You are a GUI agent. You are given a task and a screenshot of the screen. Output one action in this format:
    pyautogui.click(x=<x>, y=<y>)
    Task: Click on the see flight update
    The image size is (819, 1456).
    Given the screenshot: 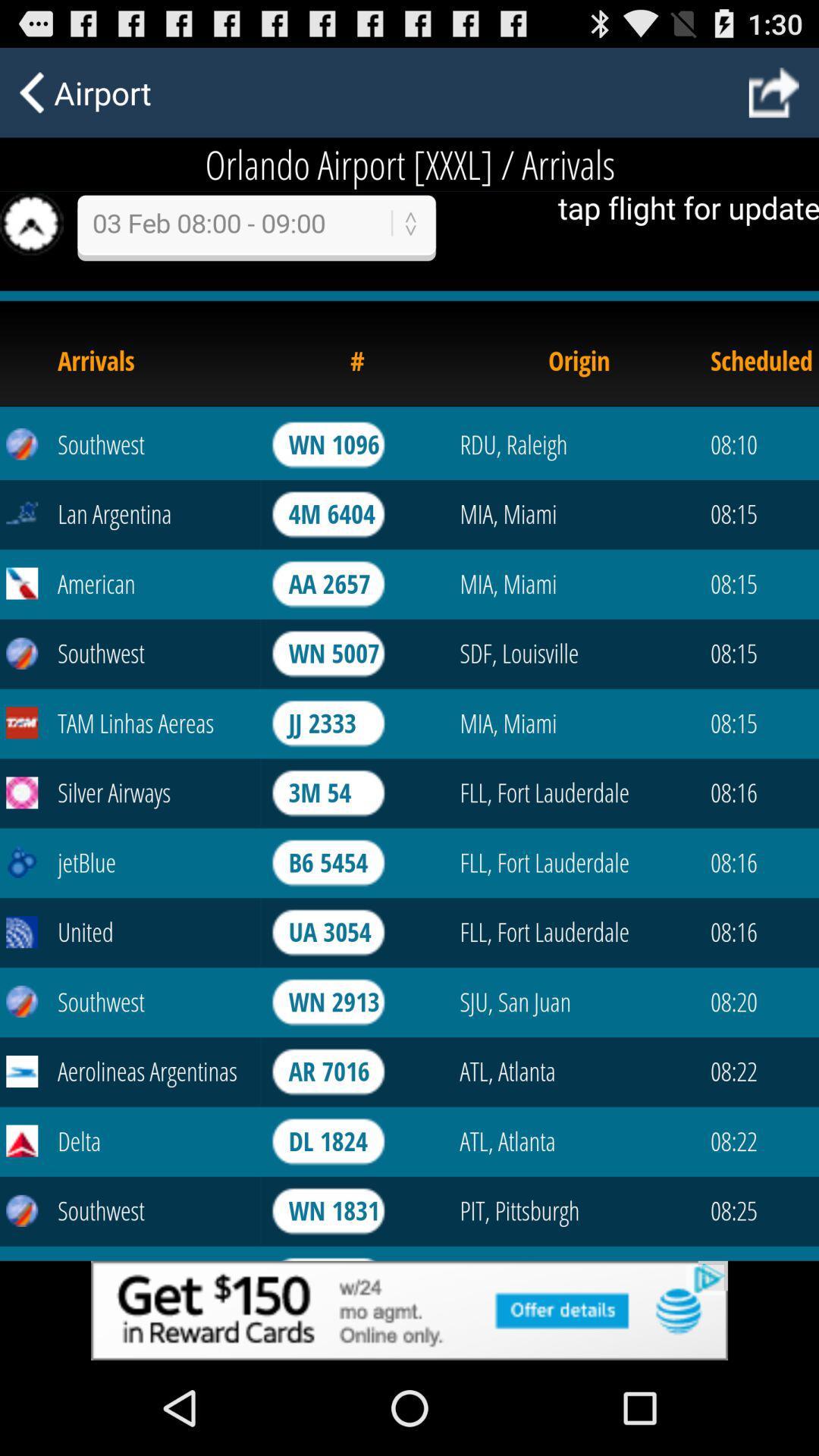 What is the action you would take?
    pyautogui.click(x=409, y=698)
    